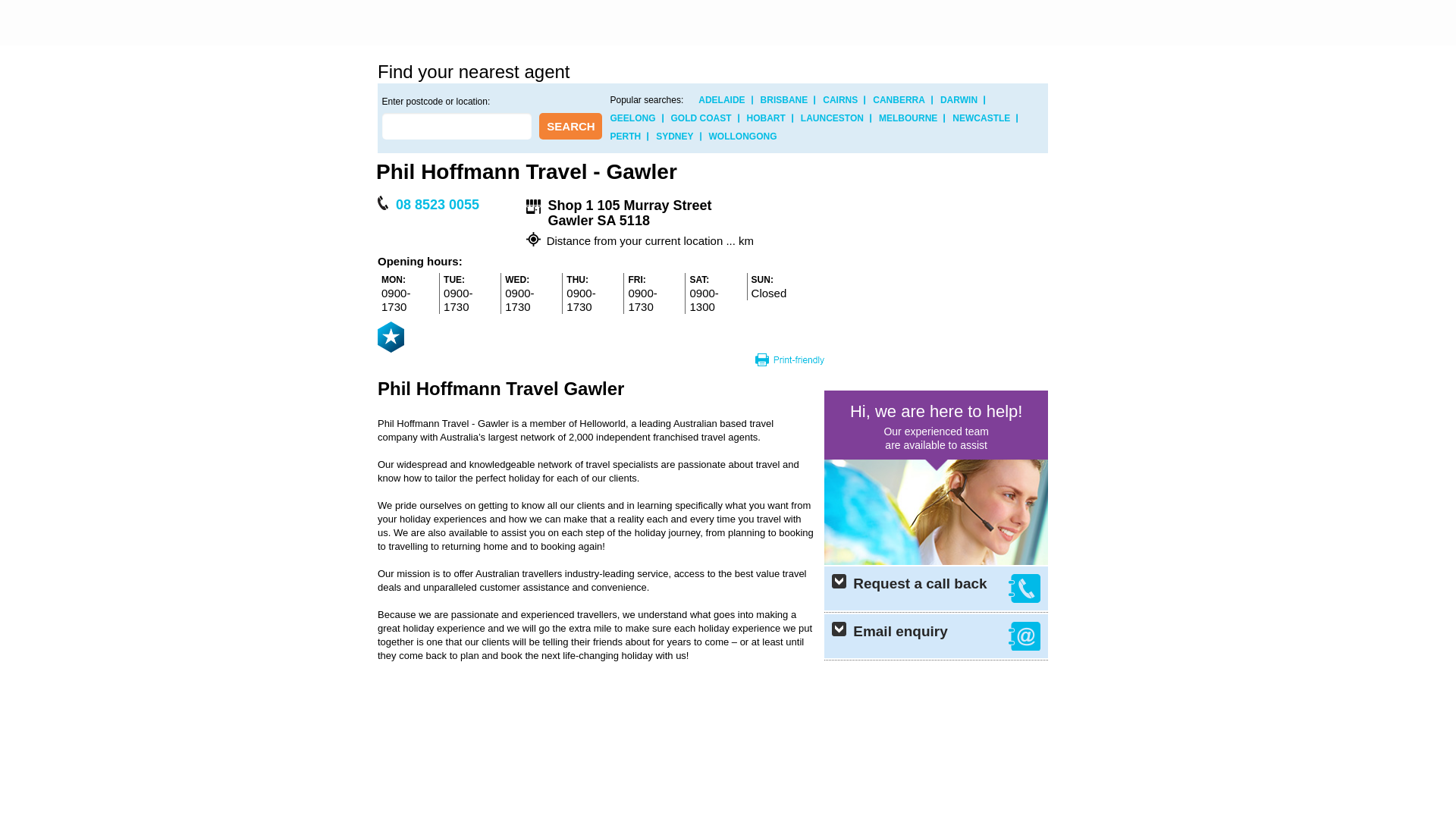  I want to click on 'SYDNEY', so click(655, 136).